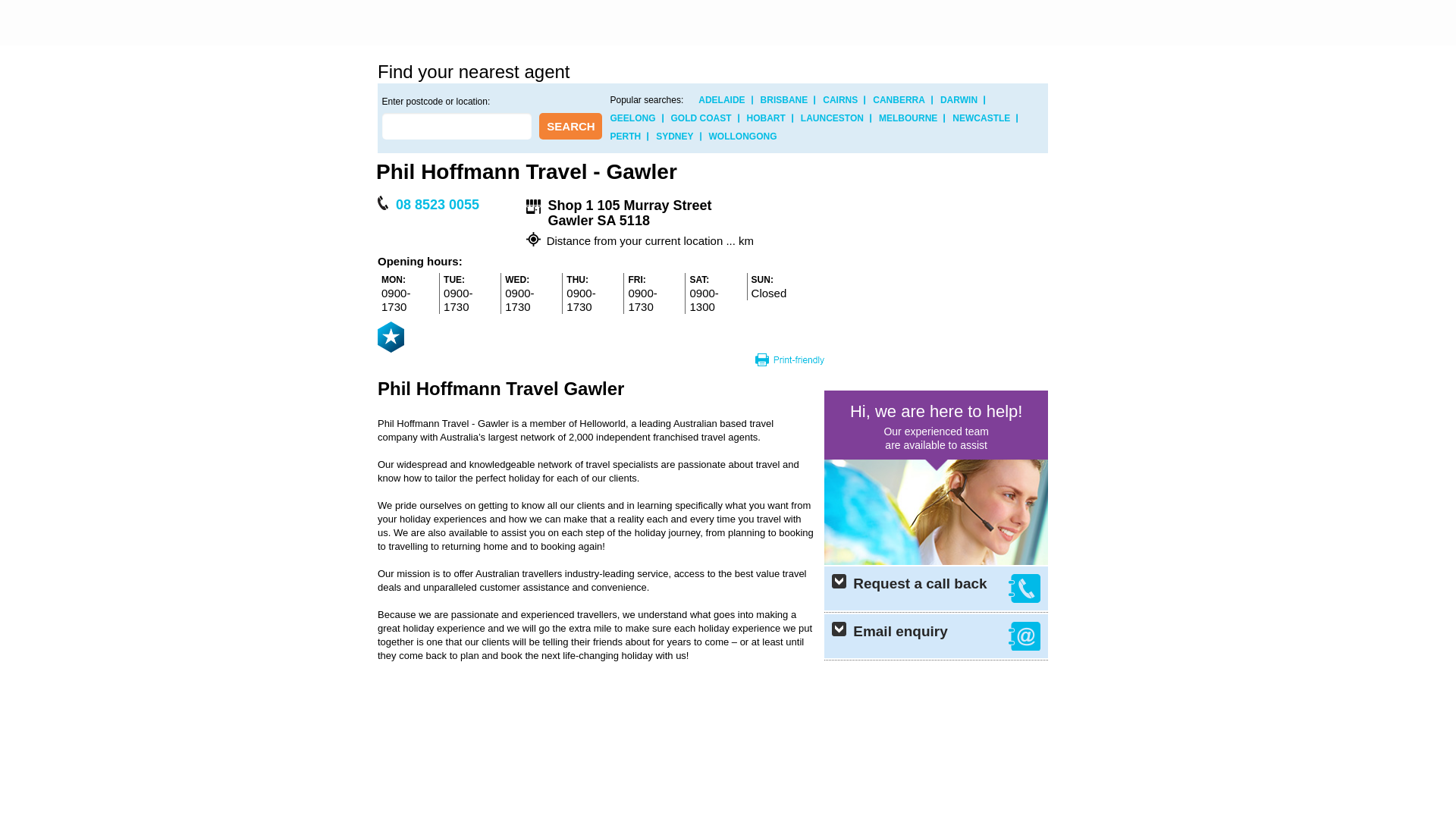  I want to click on 'SYDNEY', so click(655, 136).